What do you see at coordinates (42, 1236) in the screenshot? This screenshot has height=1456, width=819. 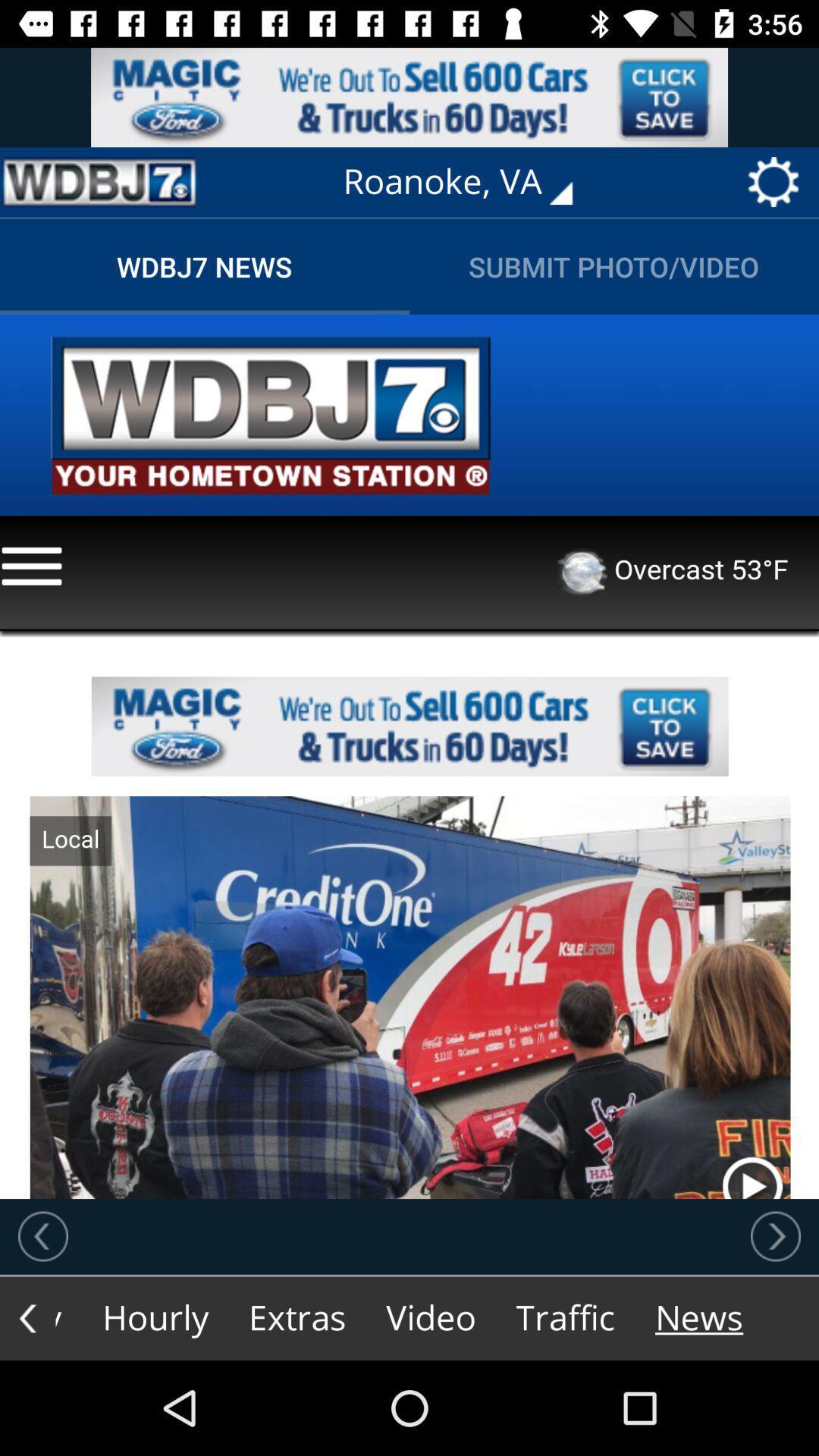 I see `go back` at bounding box center [42, 1236].